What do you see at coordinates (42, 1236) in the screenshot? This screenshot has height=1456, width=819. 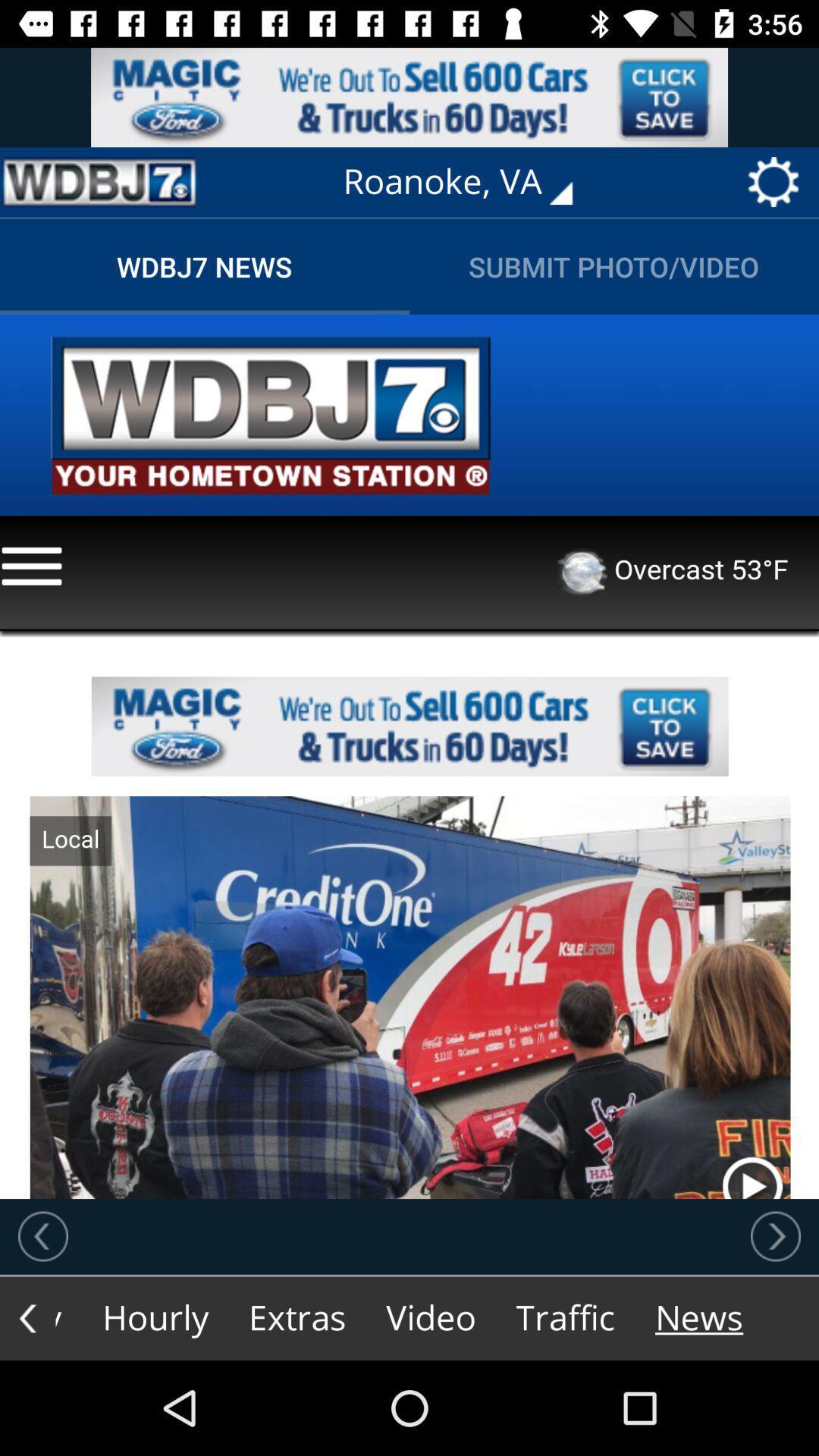 I see `go back` at bounding box center [42, 1236].